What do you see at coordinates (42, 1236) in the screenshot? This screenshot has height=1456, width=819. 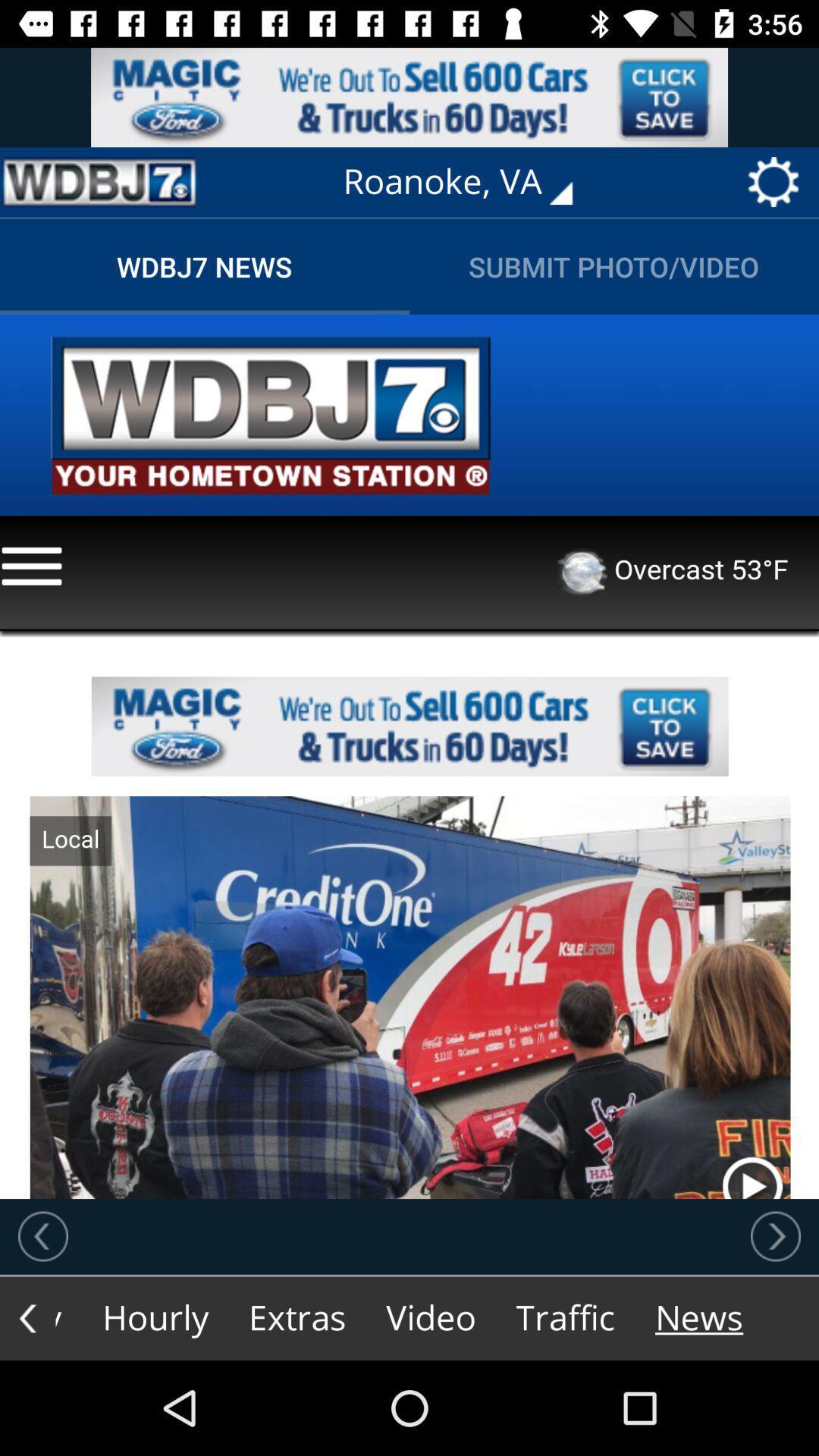 I see `go back` at bounding box center [42, 1236].